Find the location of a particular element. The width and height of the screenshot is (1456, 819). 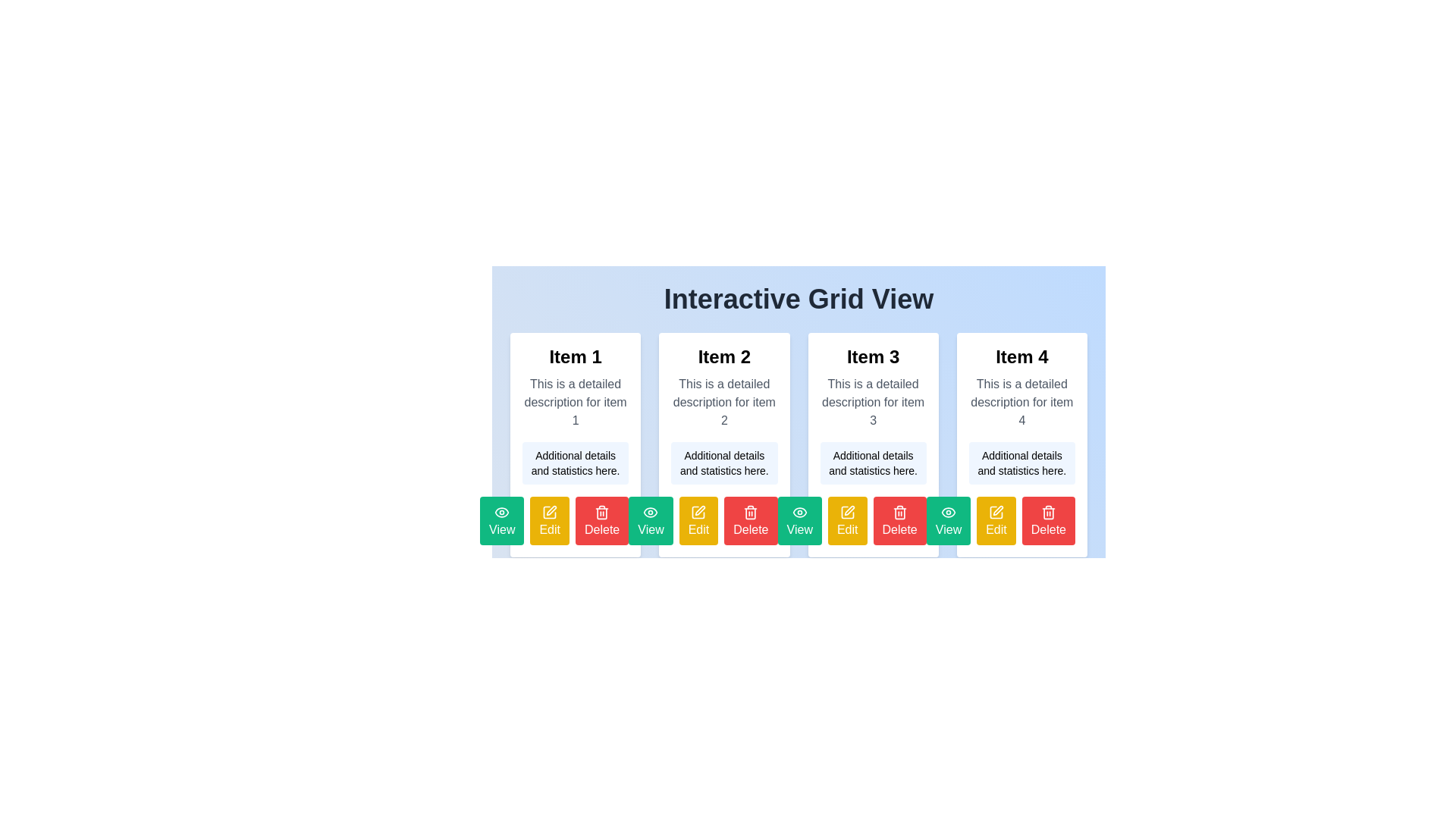

the 'Delete' button on the Card with action buttons that contains the title 'Item 6' and is located in the second row, second column of the grid layout is located at coordinates (723, 687).